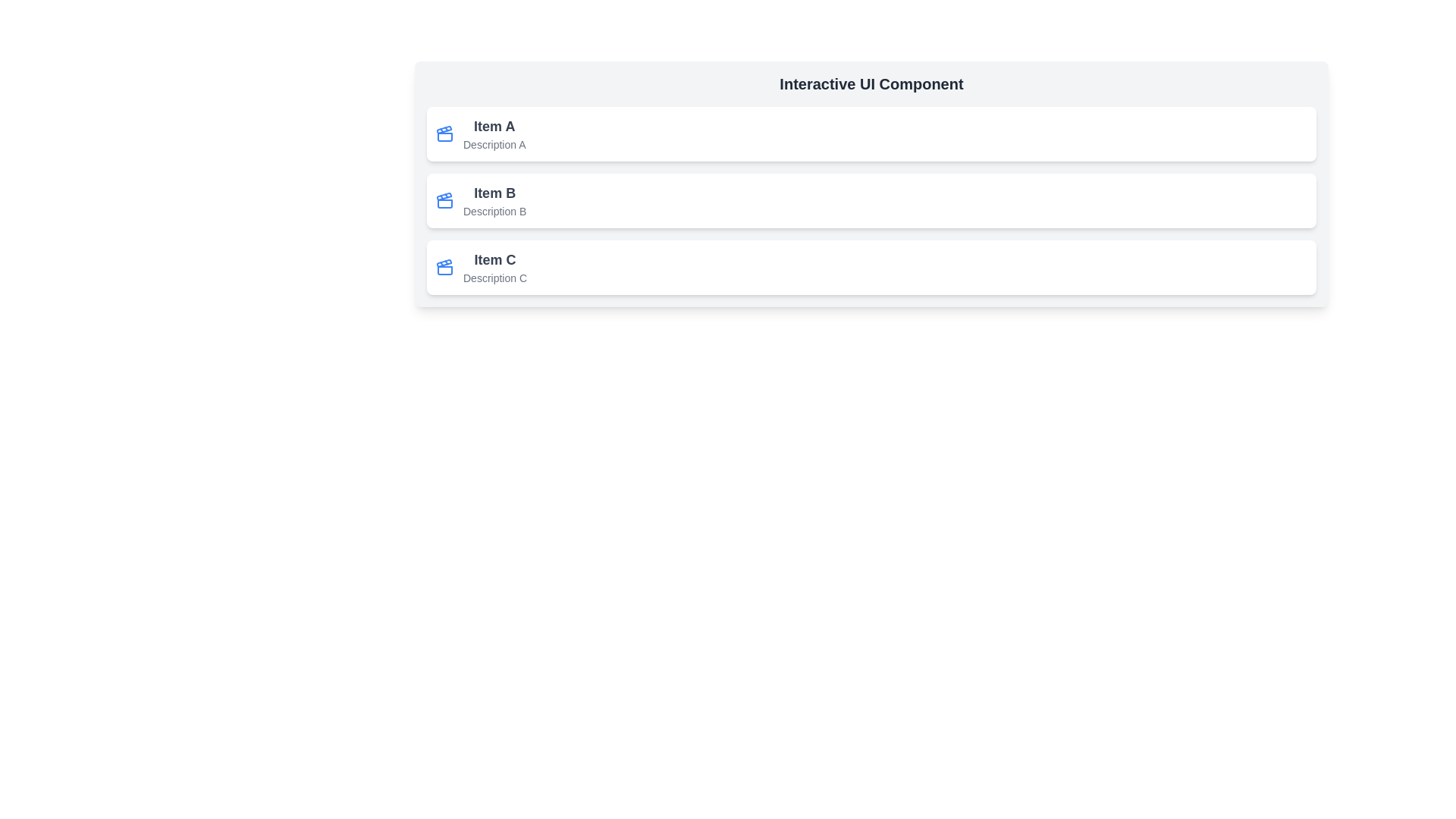 The image size is (1456, 819). What do you see at coordinates (494, 125) in the screenshot?
I see `the Text label that serves as the title or main heading for the topmost card in a vertically-aligned list, positioned above the description text 'Description A'` at bounding box center [494, 125].